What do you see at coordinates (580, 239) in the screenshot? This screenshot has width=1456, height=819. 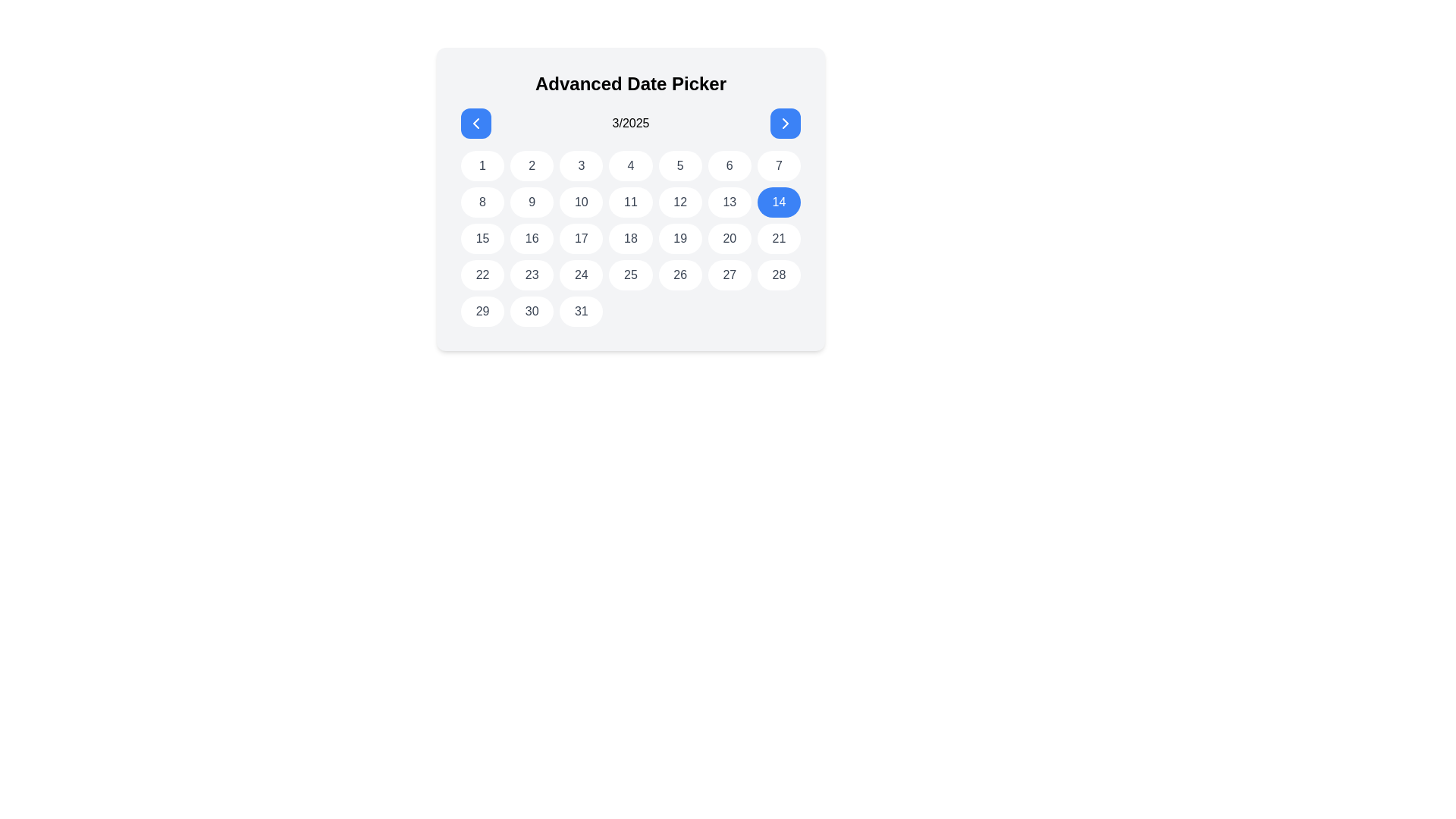 I see `the selectable date button representing the 17th day of the month in the date picker interface` at bounding box center [580, 239].